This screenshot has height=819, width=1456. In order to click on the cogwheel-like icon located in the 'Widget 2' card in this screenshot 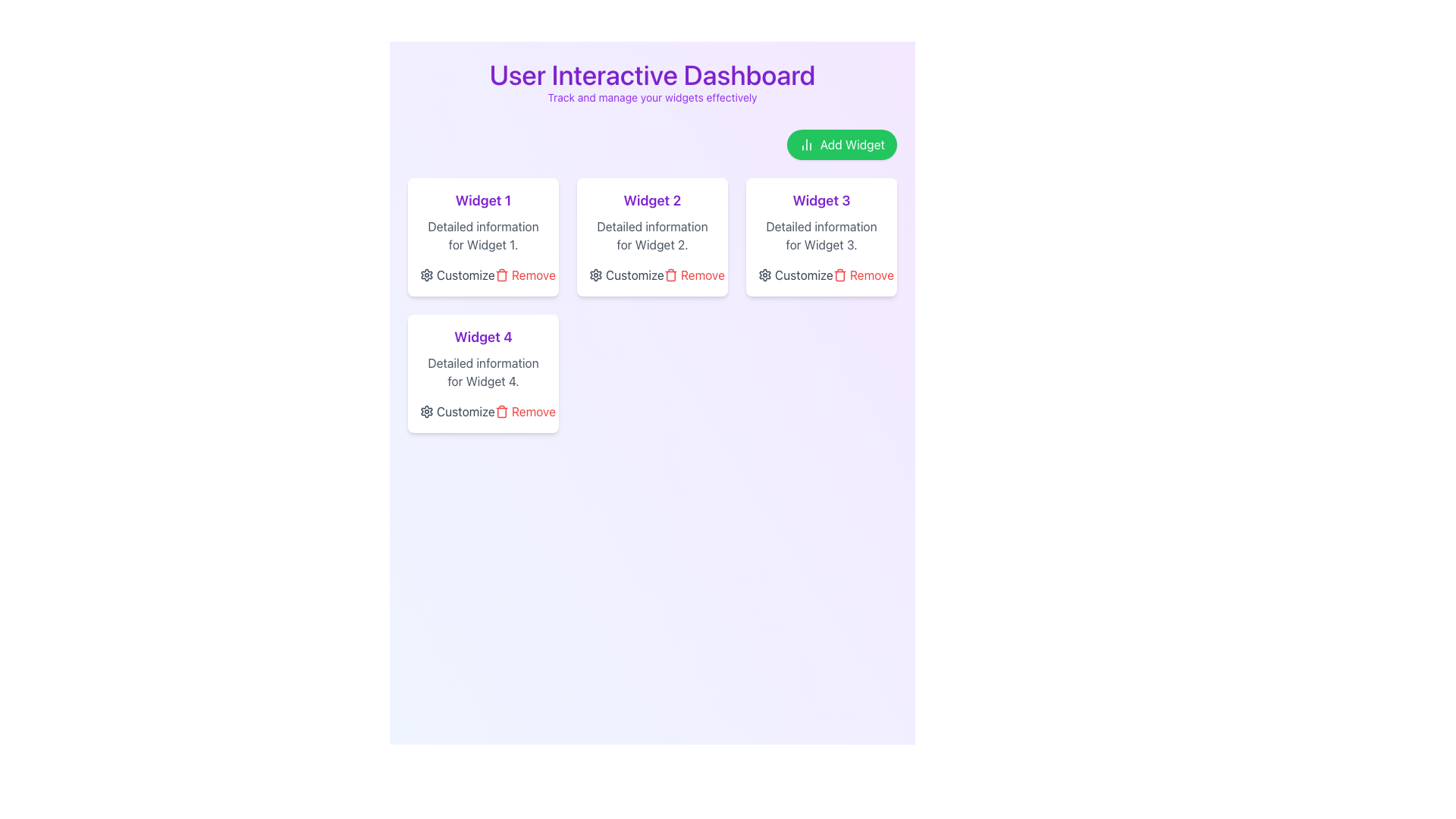, I will do `click(595, 275)`.